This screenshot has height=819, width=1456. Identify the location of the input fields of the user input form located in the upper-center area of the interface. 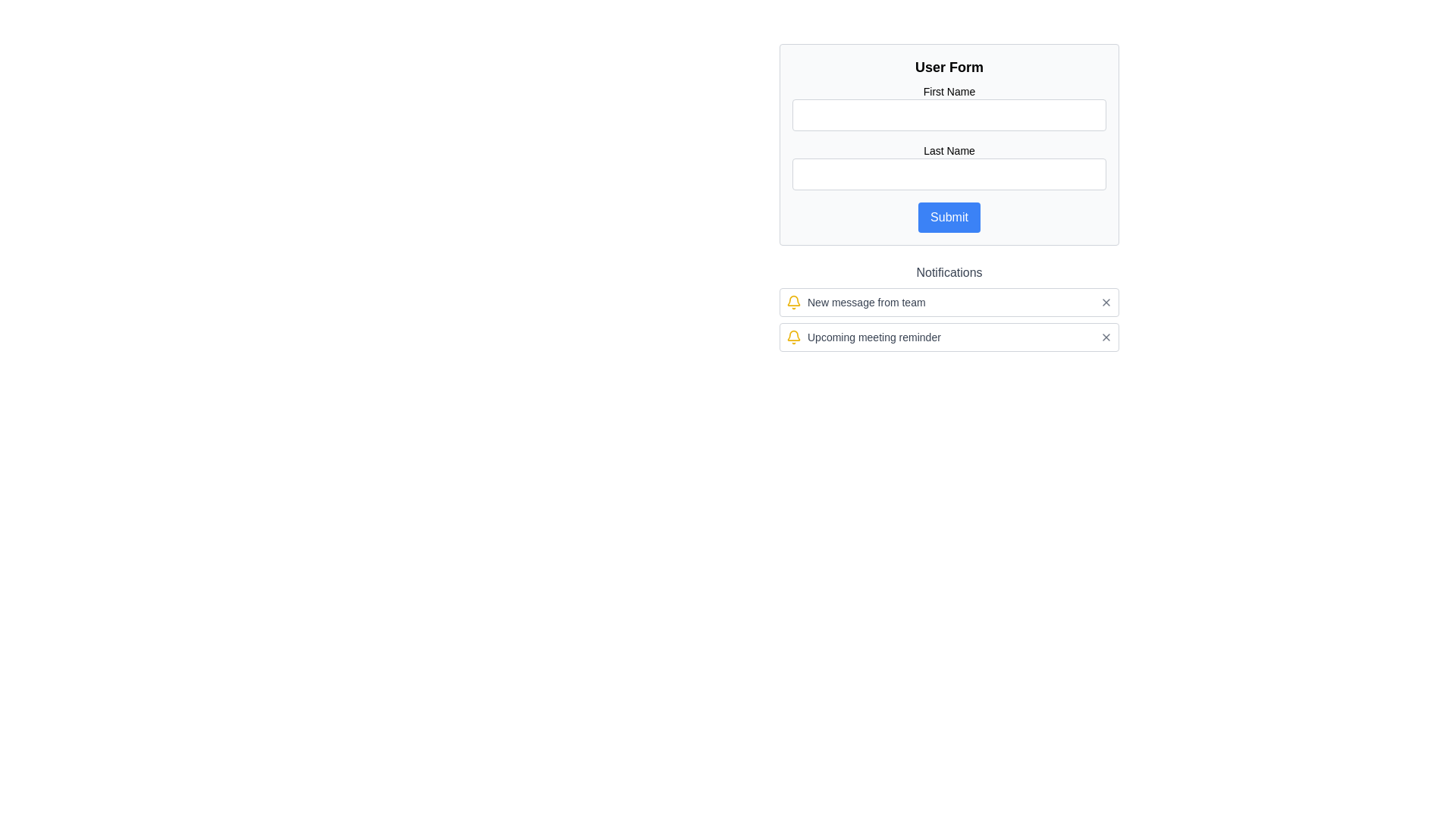
(949, 145).